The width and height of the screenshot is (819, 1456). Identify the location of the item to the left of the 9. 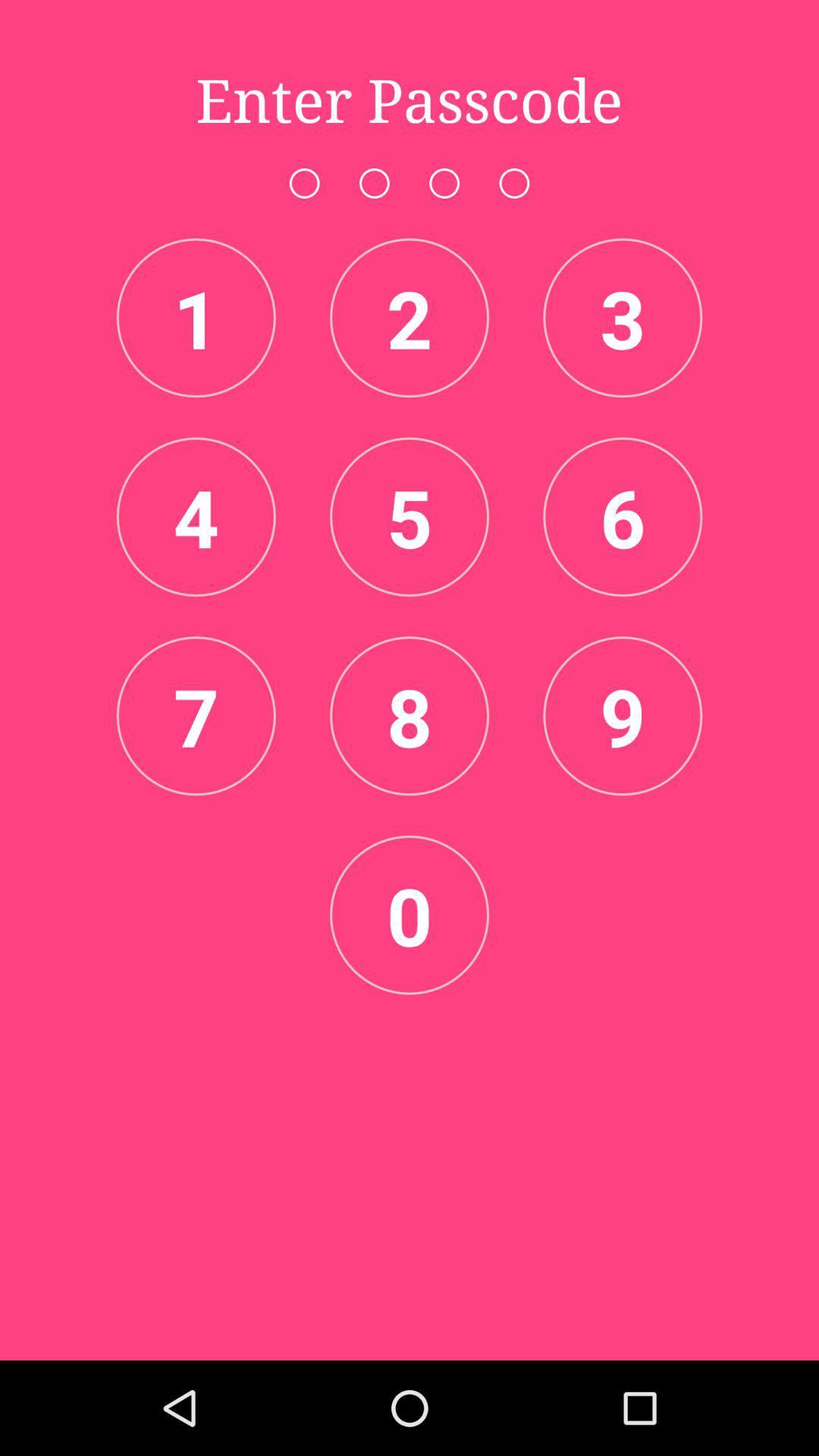
(409, 715).